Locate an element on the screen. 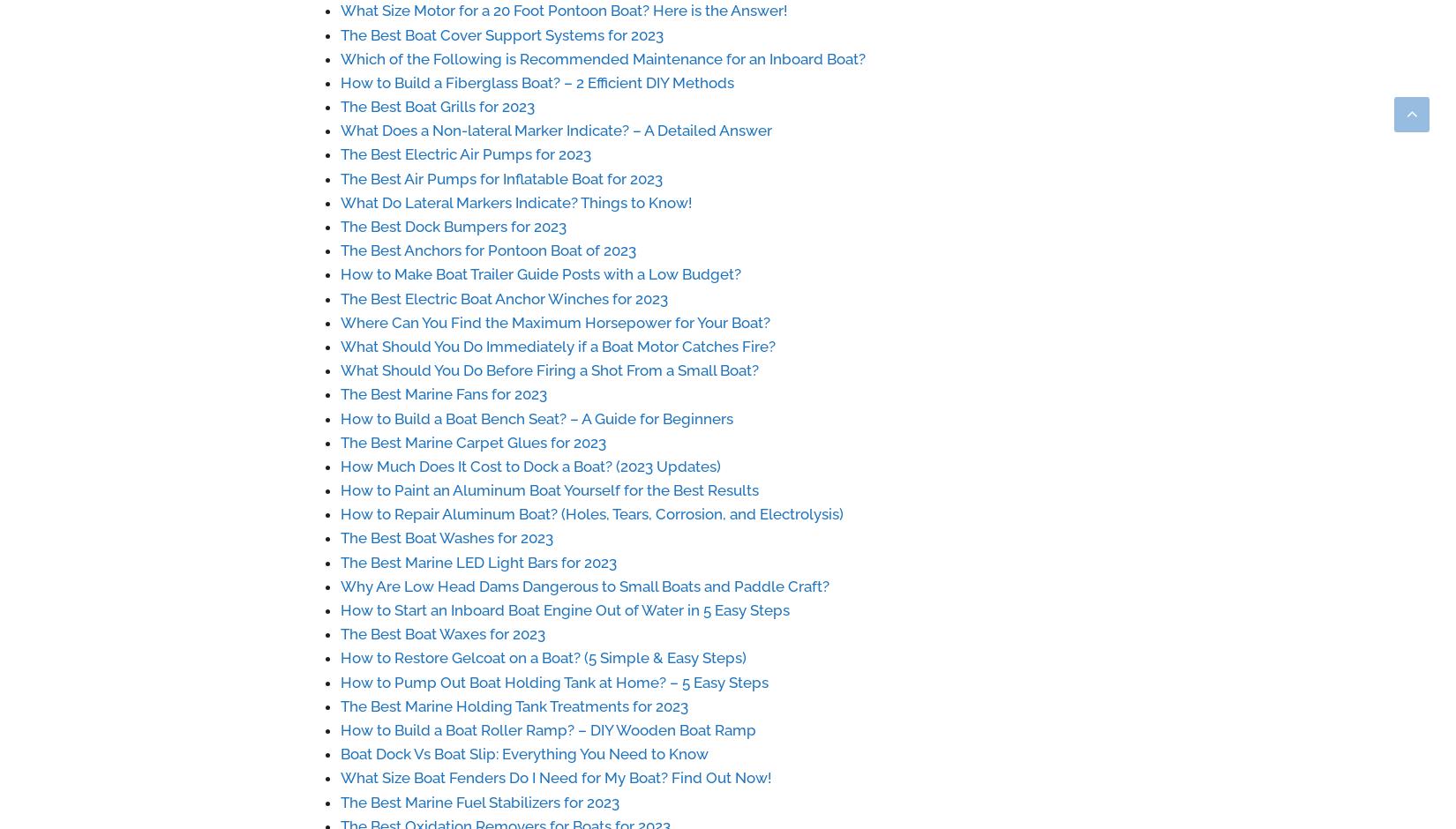 The width and height of the screenshot is (1456, 829). 'The Best Marine Carpet Glues for 2023' is located at coordinates (340, 442).